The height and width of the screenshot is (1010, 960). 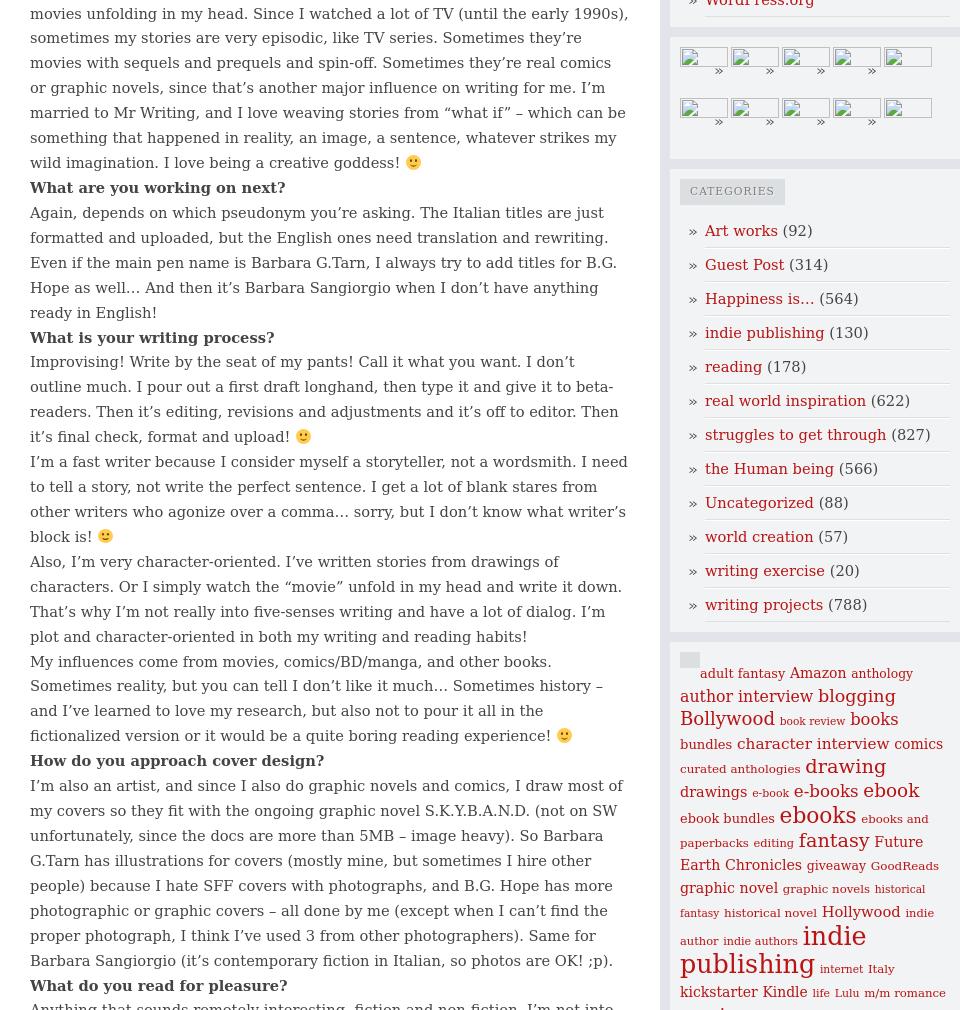 What do you see at coordinates (811, 993) in the screenshot?
I see `'life'` at bounding box center [811, 993].